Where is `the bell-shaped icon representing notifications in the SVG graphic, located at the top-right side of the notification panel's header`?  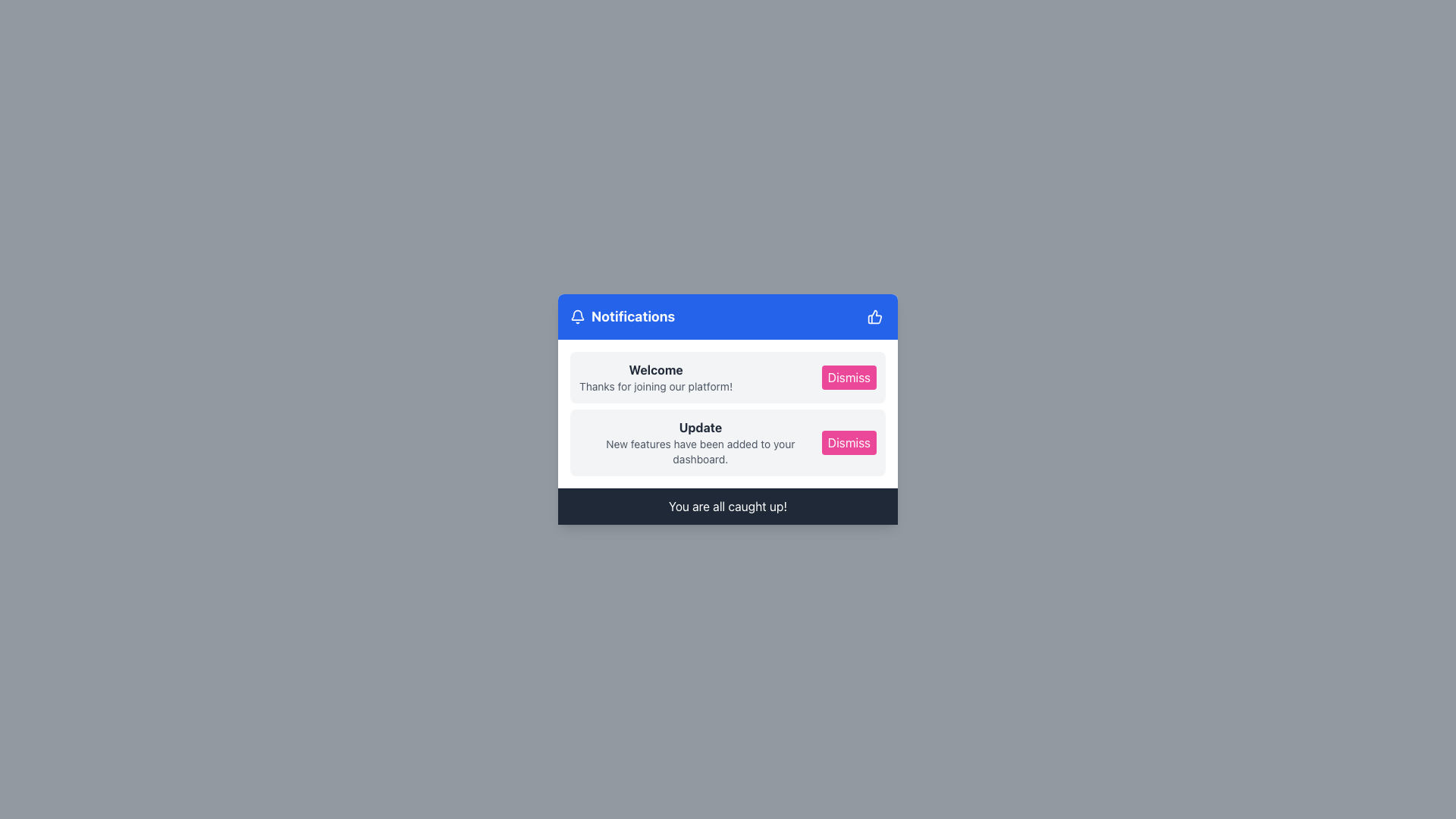
the bell-shaped icon representing notifications in the SVG graphic, located at the top-right side of the notification panel's header is located at coordinates (577, 314).